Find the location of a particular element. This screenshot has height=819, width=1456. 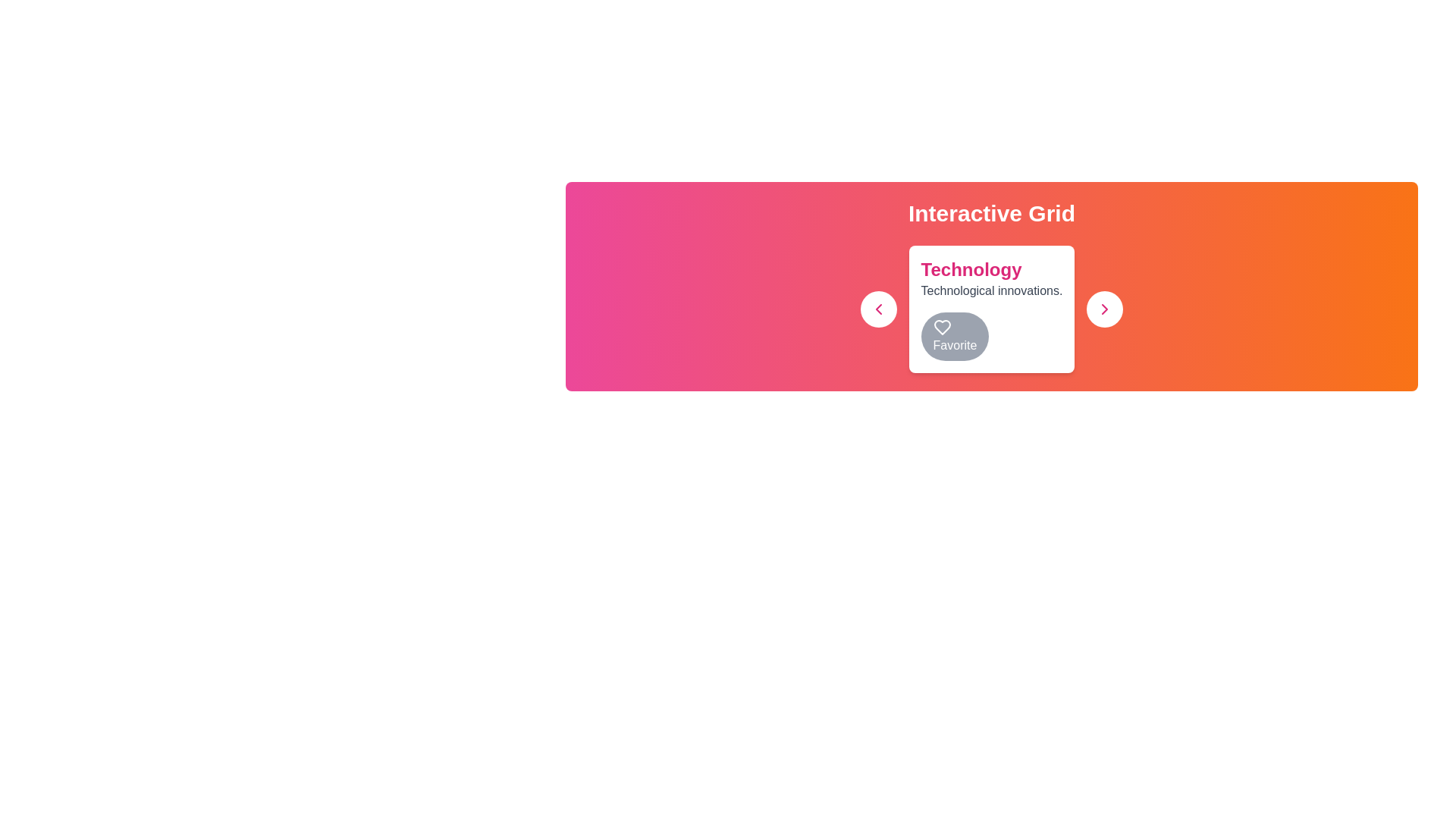

the circular button with a pink chevron icon pointing left is located at coordinates (878, 309).